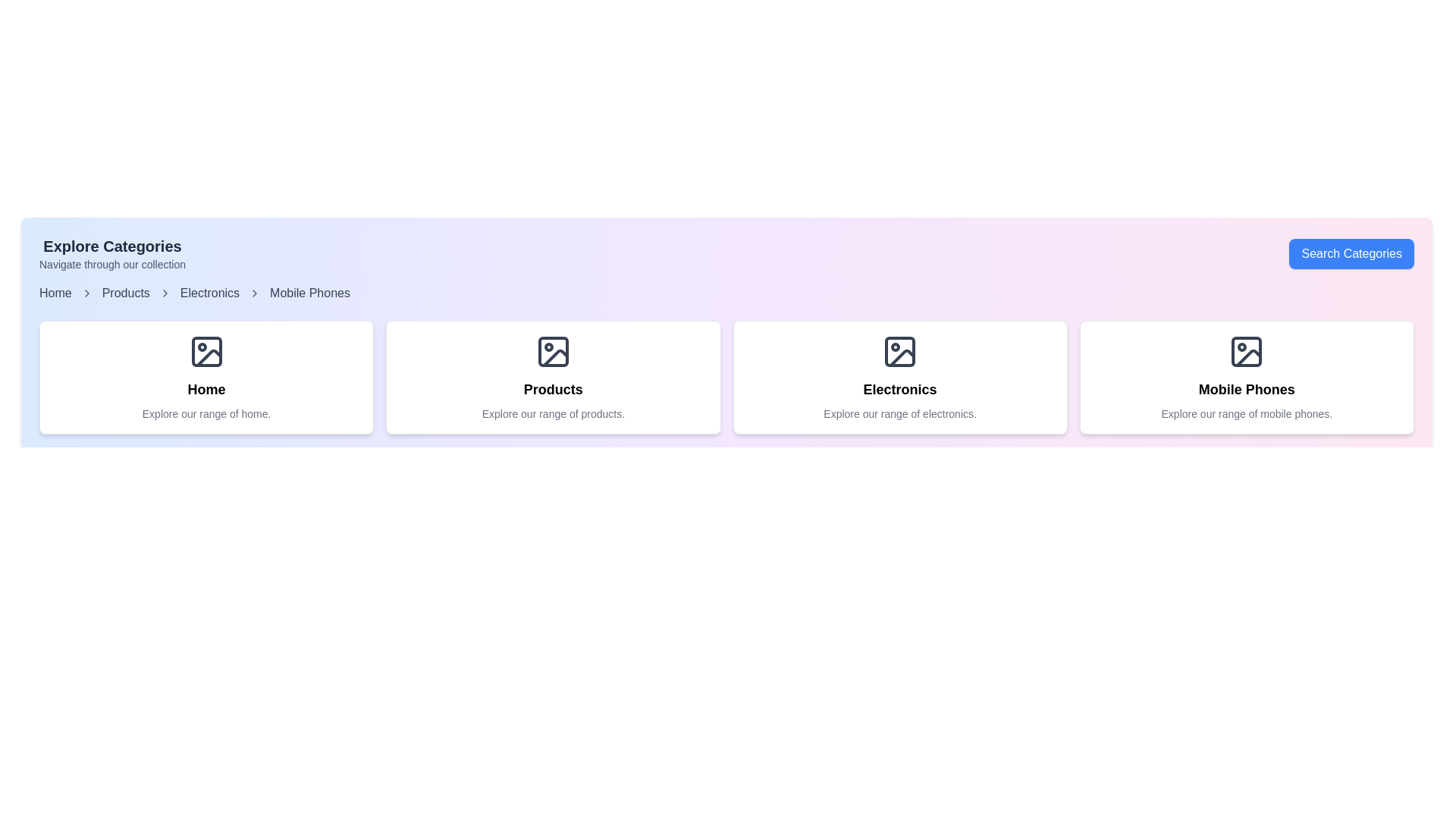  What do you see at coordinates (552, 351) in the screenshot?
I see `the Products icon located at the center-top of the Products card` at bounding box center [552, 351].